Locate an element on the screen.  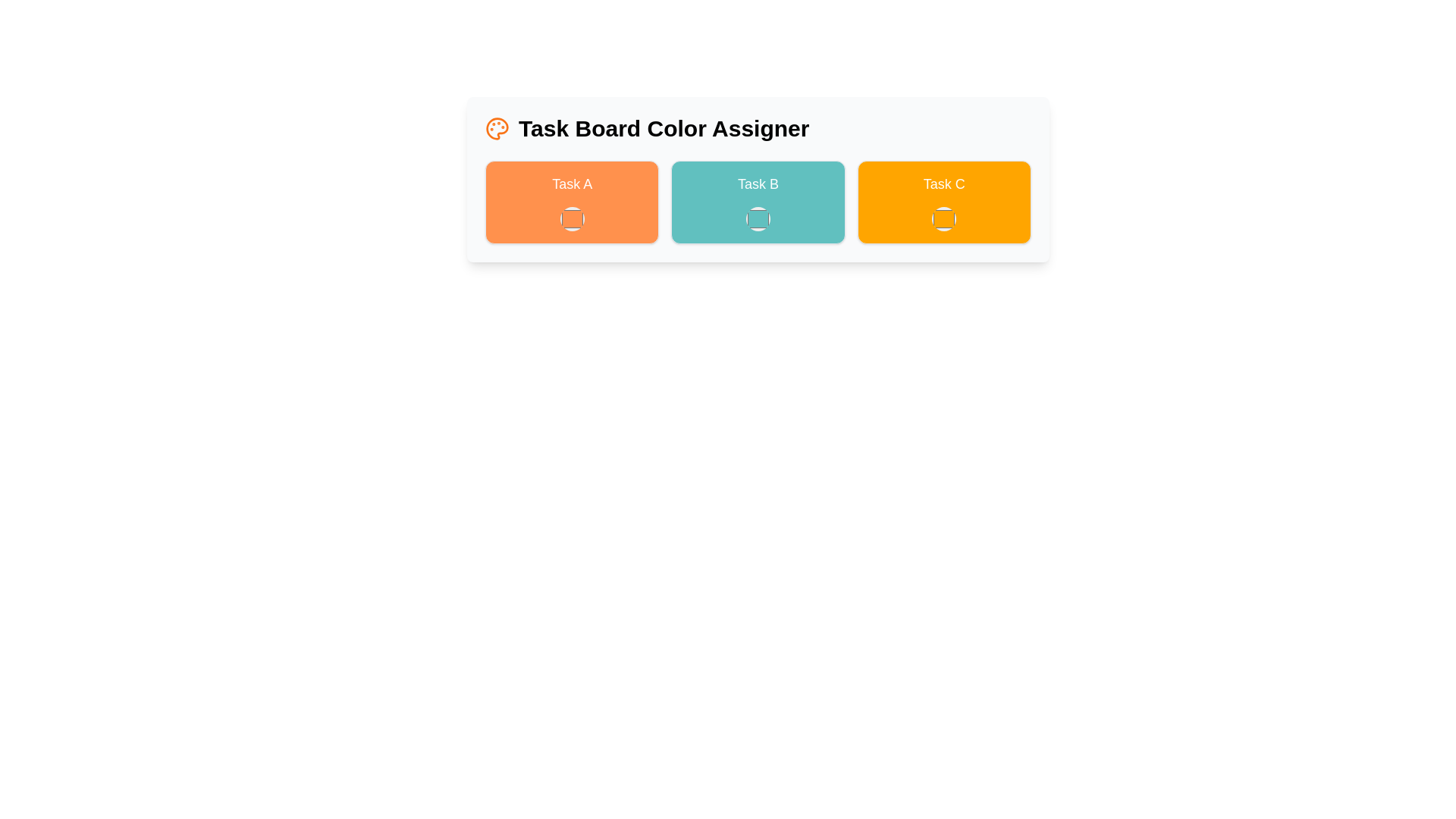
the teal circular color picker located within the 'Task B' card is located at coordinates (758, 219).